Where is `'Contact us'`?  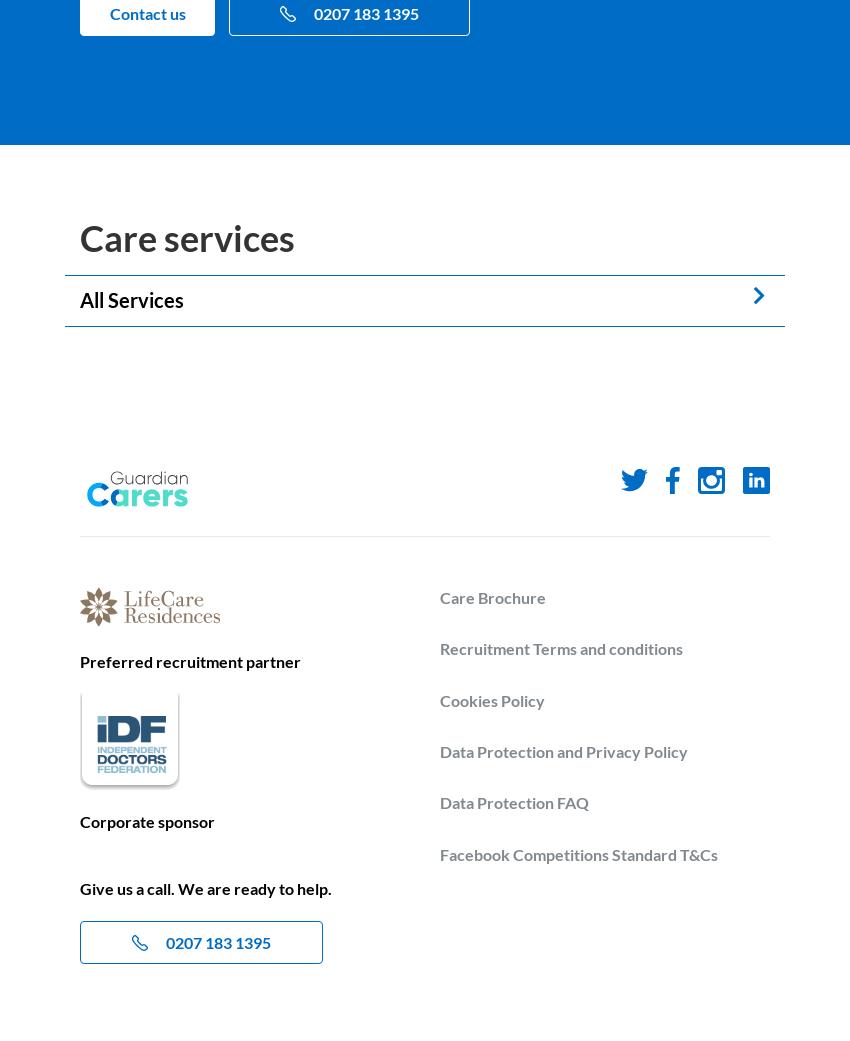 'Contact us' is located at coordinates (146, 12).